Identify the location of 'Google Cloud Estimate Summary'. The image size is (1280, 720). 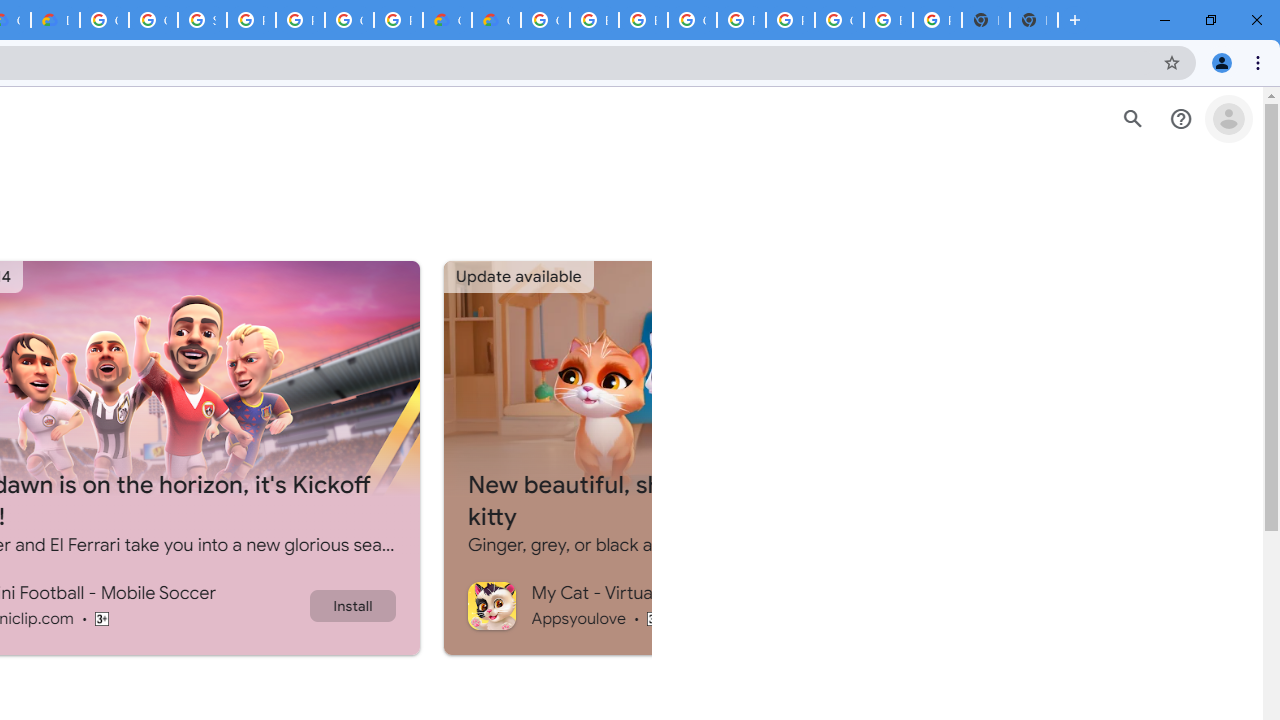
(496, 20).